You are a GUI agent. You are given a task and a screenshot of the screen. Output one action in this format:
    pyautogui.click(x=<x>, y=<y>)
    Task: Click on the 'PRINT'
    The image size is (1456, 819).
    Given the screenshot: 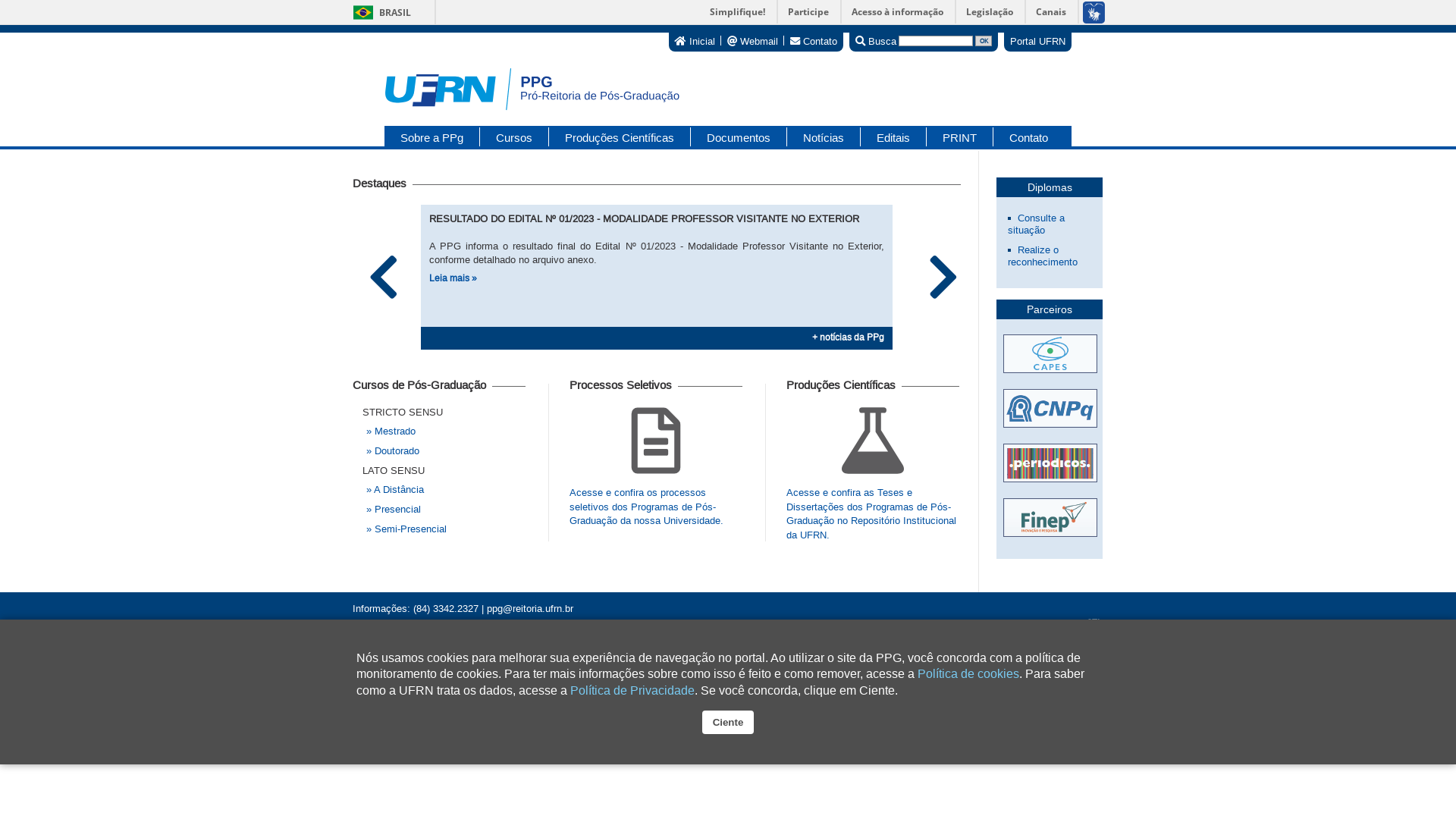 What is the action you would take?
    pyautogui.click(x=959, y=136)
    